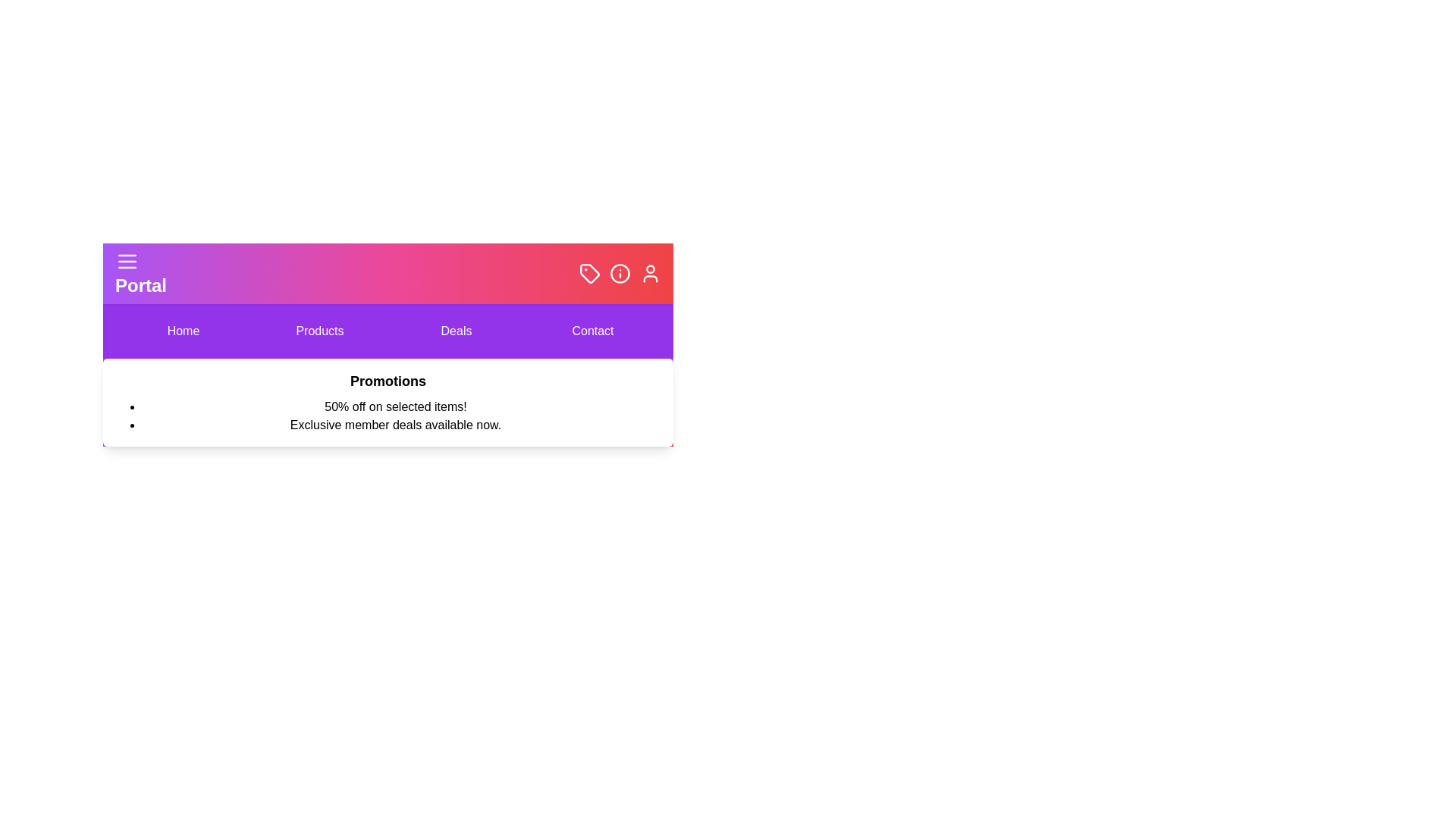  I want to click on the icon Tag to observe visual feedback, so click(588, 274).